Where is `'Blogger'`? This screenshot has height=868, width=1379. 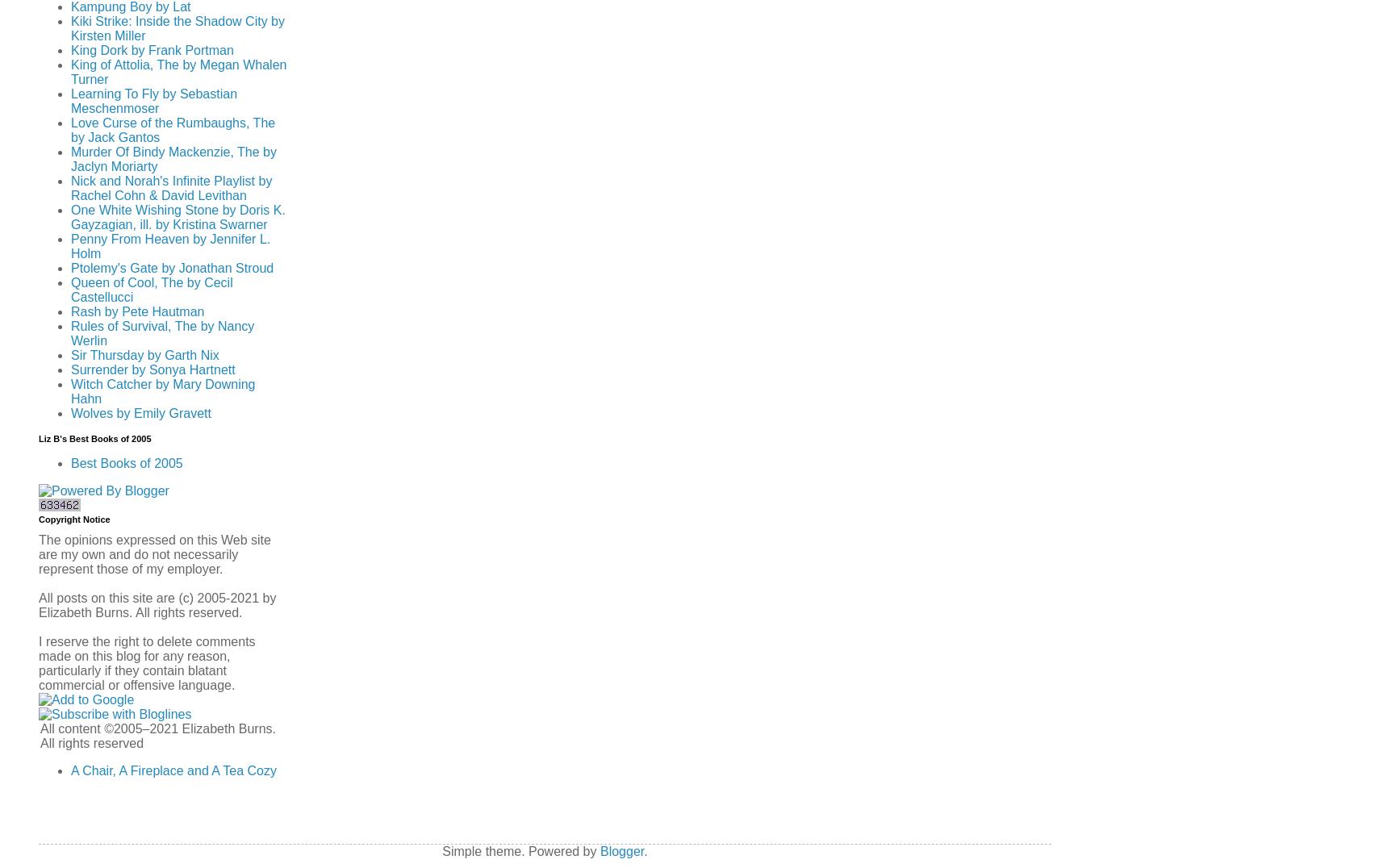
'Blogger' is located at coordinates (621, 851).